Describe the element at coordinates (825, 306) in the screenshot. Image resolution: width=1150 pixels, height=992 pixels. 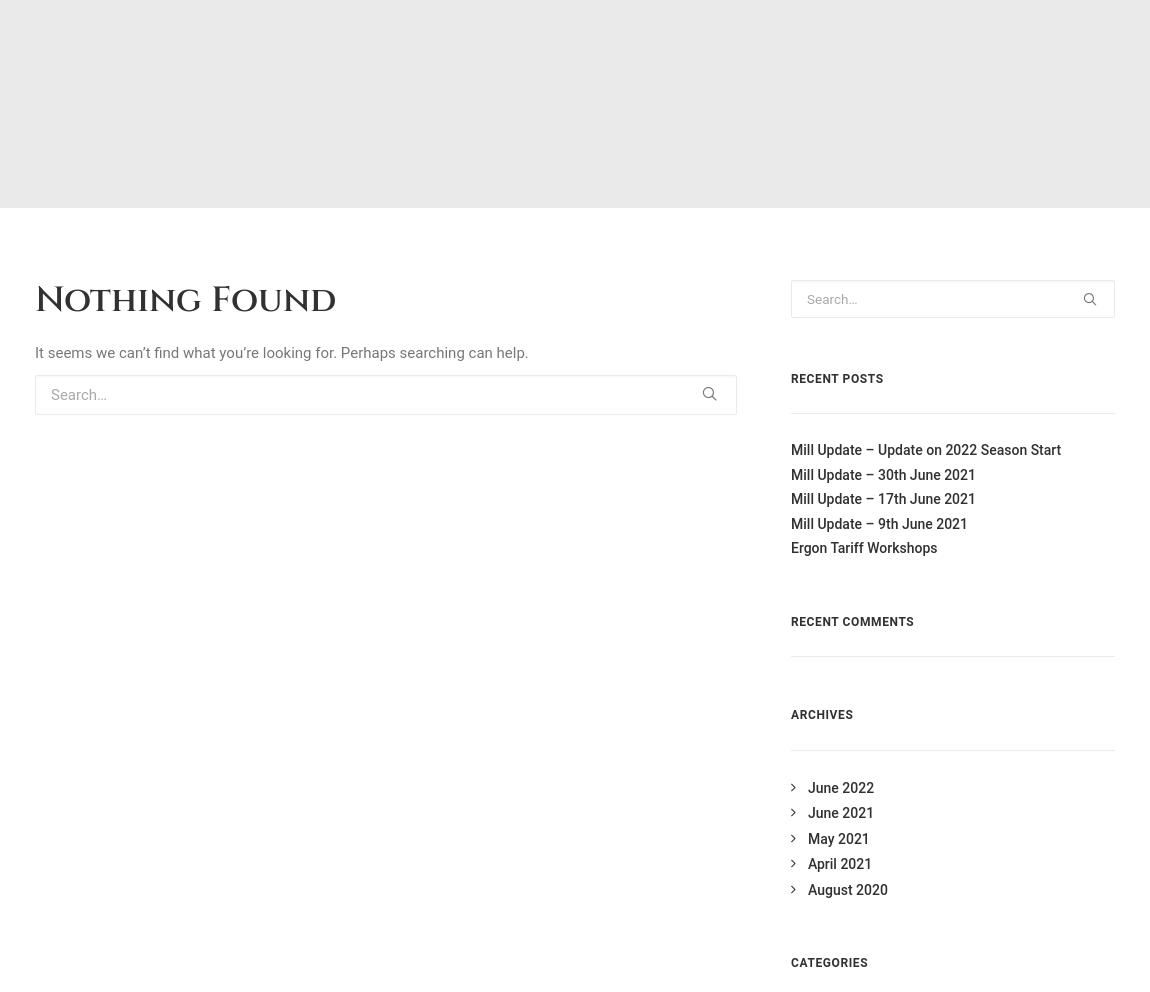
I see `'Log in'` at that location.